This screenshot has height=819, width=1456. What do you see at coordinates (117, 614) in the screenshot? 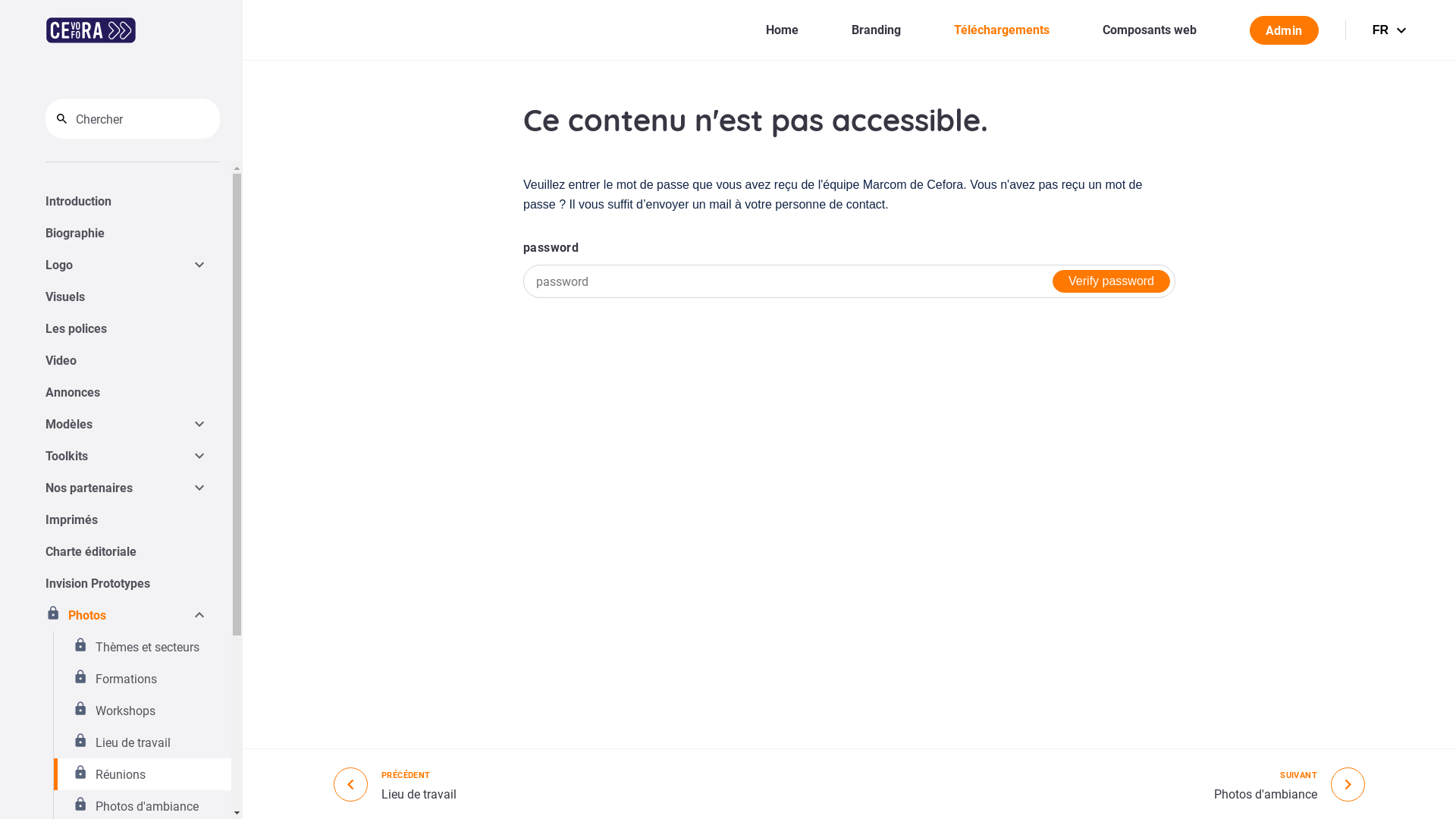
I see `'Photos'` at bounding box center [117, 614].